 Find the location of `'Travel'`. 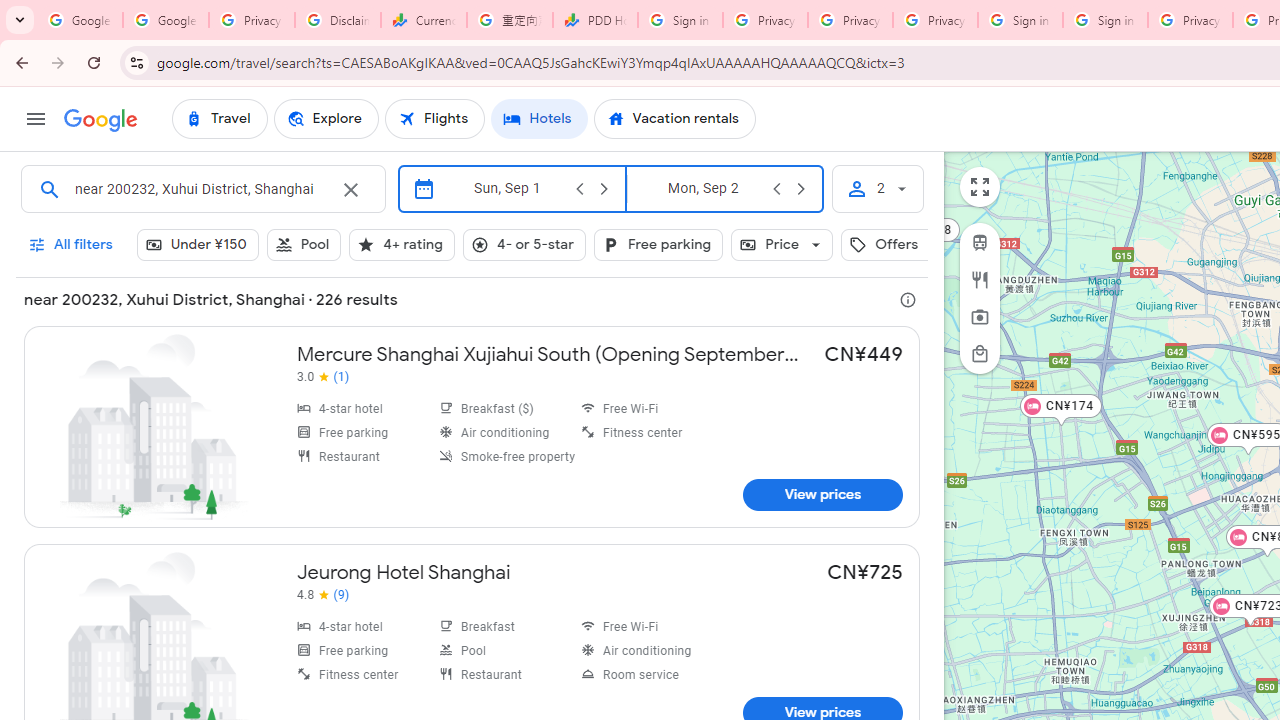

'Travel' is located at coordinates (219, 119).